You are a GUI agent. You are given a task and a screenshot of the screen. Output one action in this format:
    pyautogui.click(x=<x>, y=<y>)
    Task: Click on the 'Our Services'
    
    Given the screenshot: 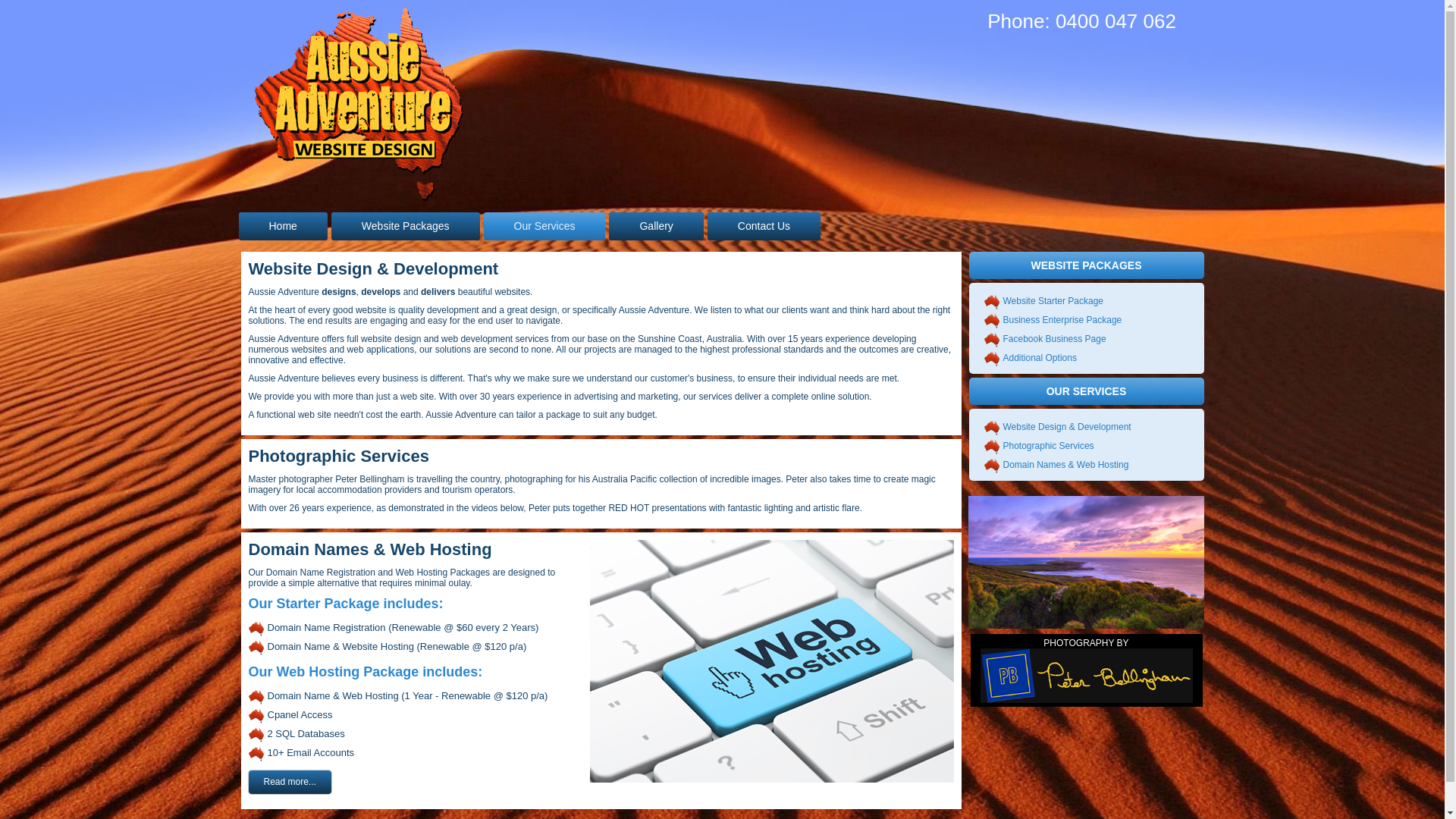 What is the action you would take?
    pyautogui.click(x=544, y=226)
    